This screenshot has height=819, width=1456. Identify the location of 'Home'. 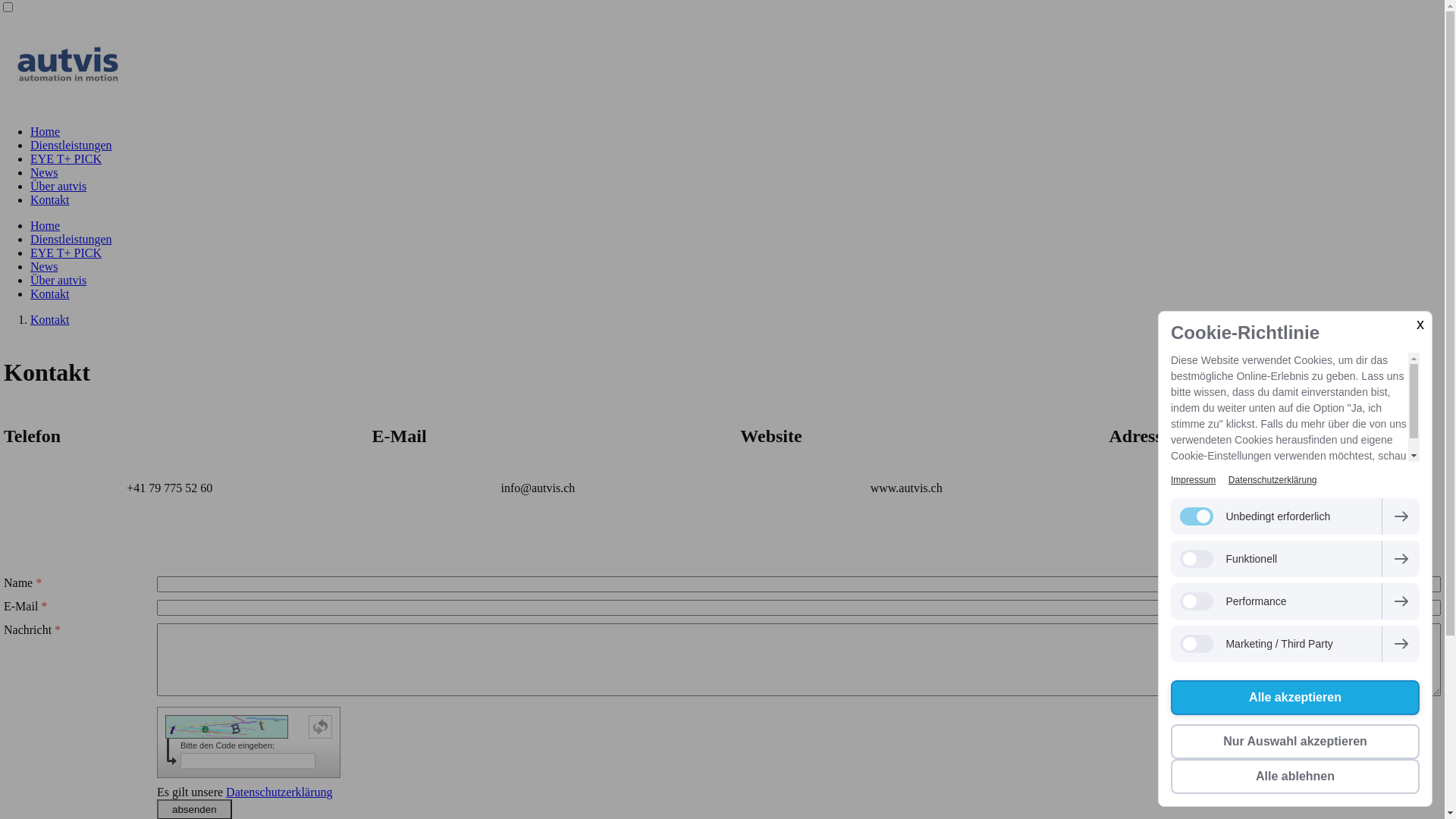
(45, 130).